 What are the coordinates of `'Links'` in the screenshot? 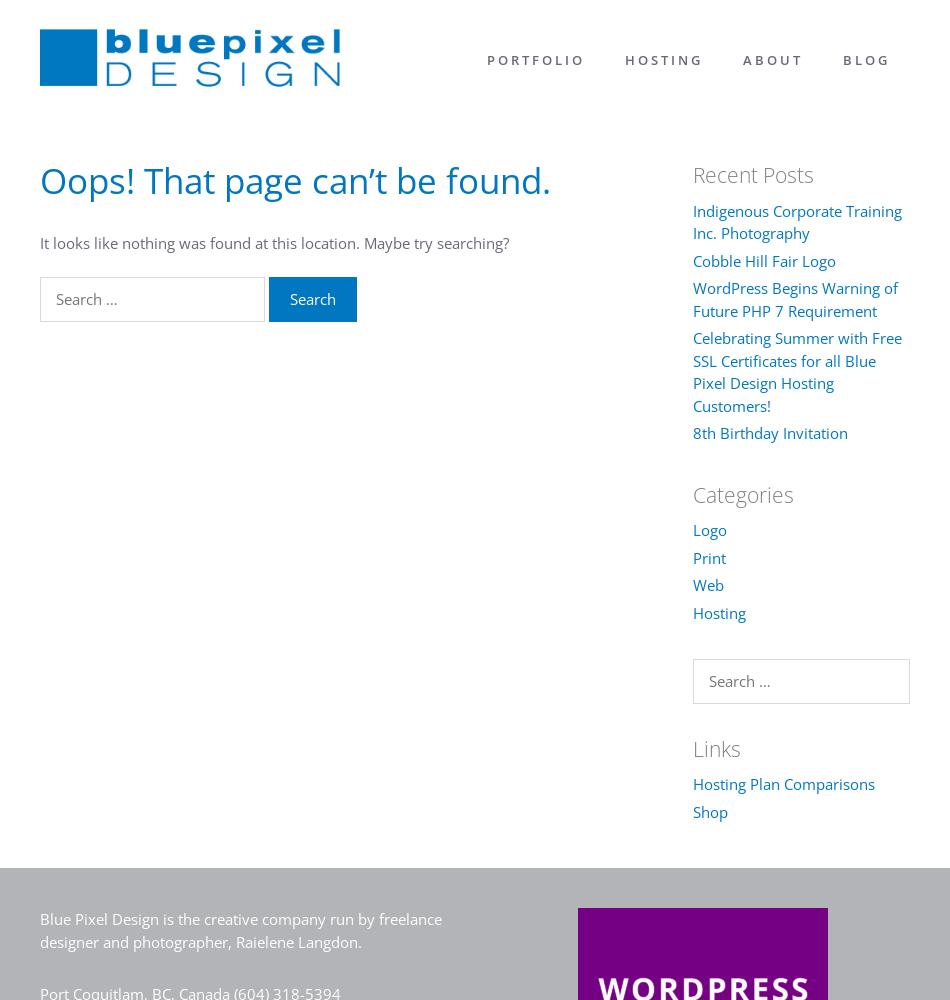 It's located at (691, 747).